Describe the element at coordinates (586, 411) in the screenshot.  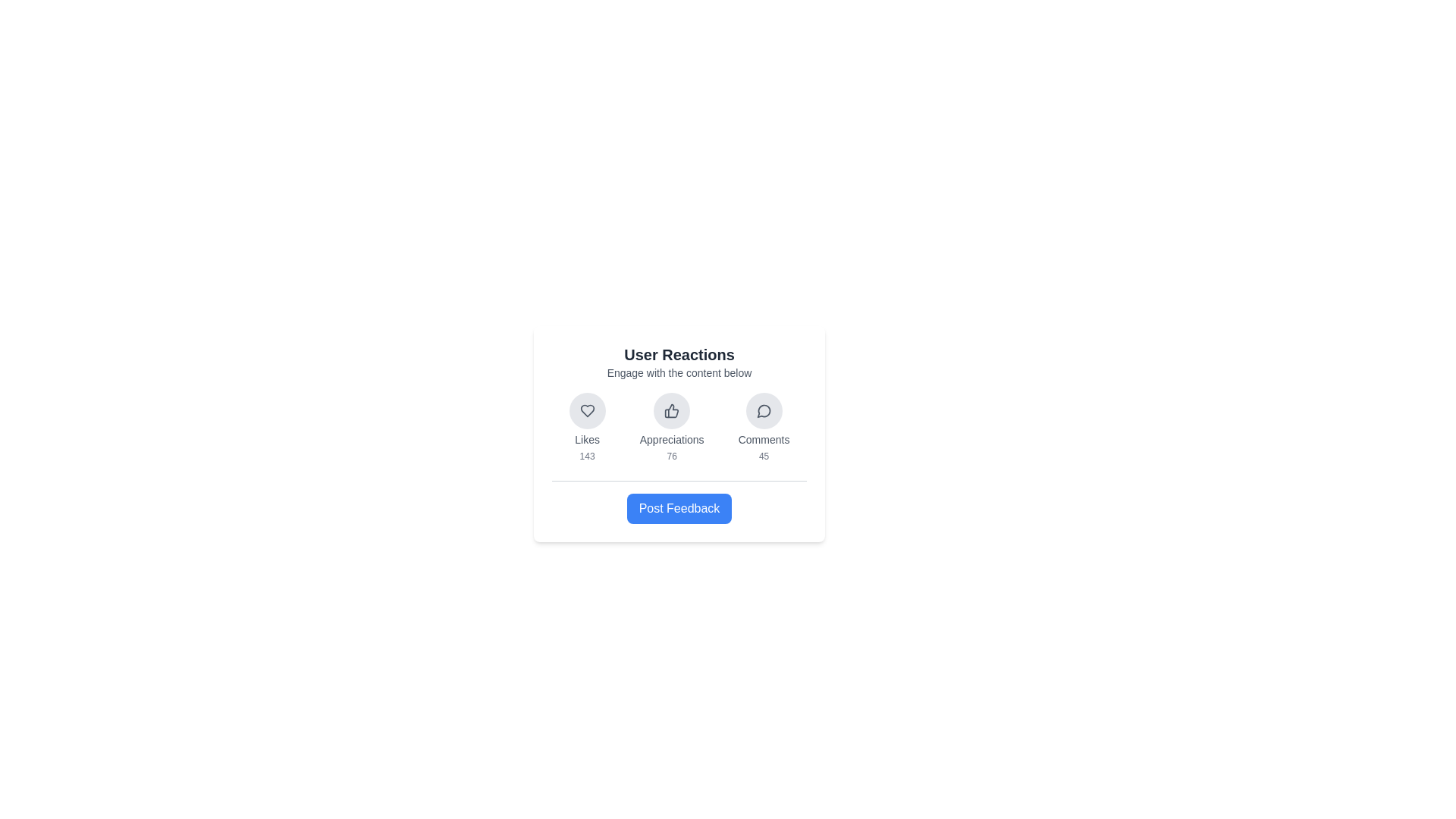
I see `the heart icon, which is the leftmost button in the 'User Reactions' group, to like or favorite the content` at that location.